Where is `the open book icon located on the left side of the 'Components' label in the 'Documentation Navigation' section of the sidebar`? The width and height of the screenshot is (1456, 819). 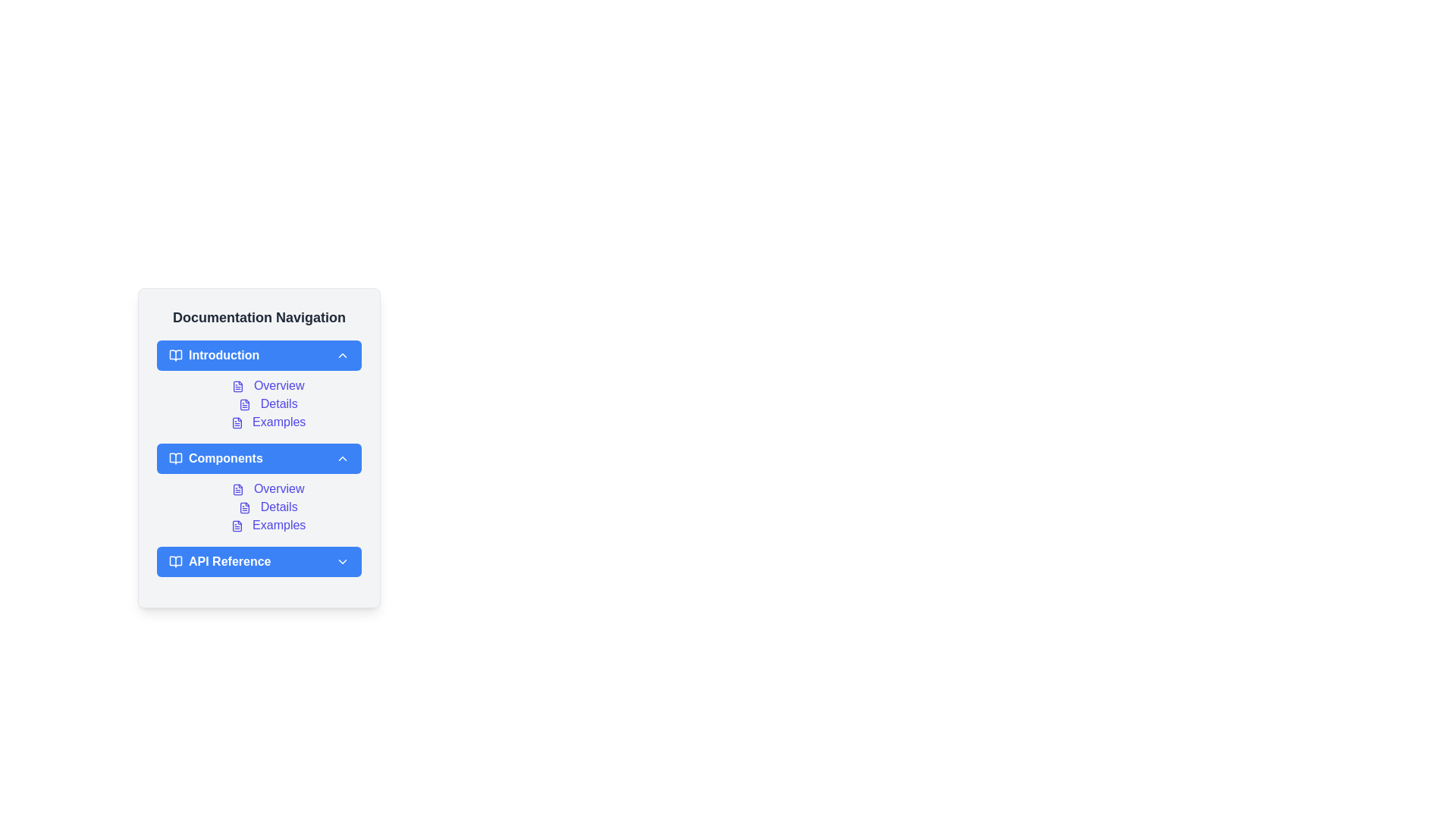
the open book icon located on the left side of the 'Components' label in the 'Documentation Navigation' section of the sidebar is located at coordinates (175, 458).